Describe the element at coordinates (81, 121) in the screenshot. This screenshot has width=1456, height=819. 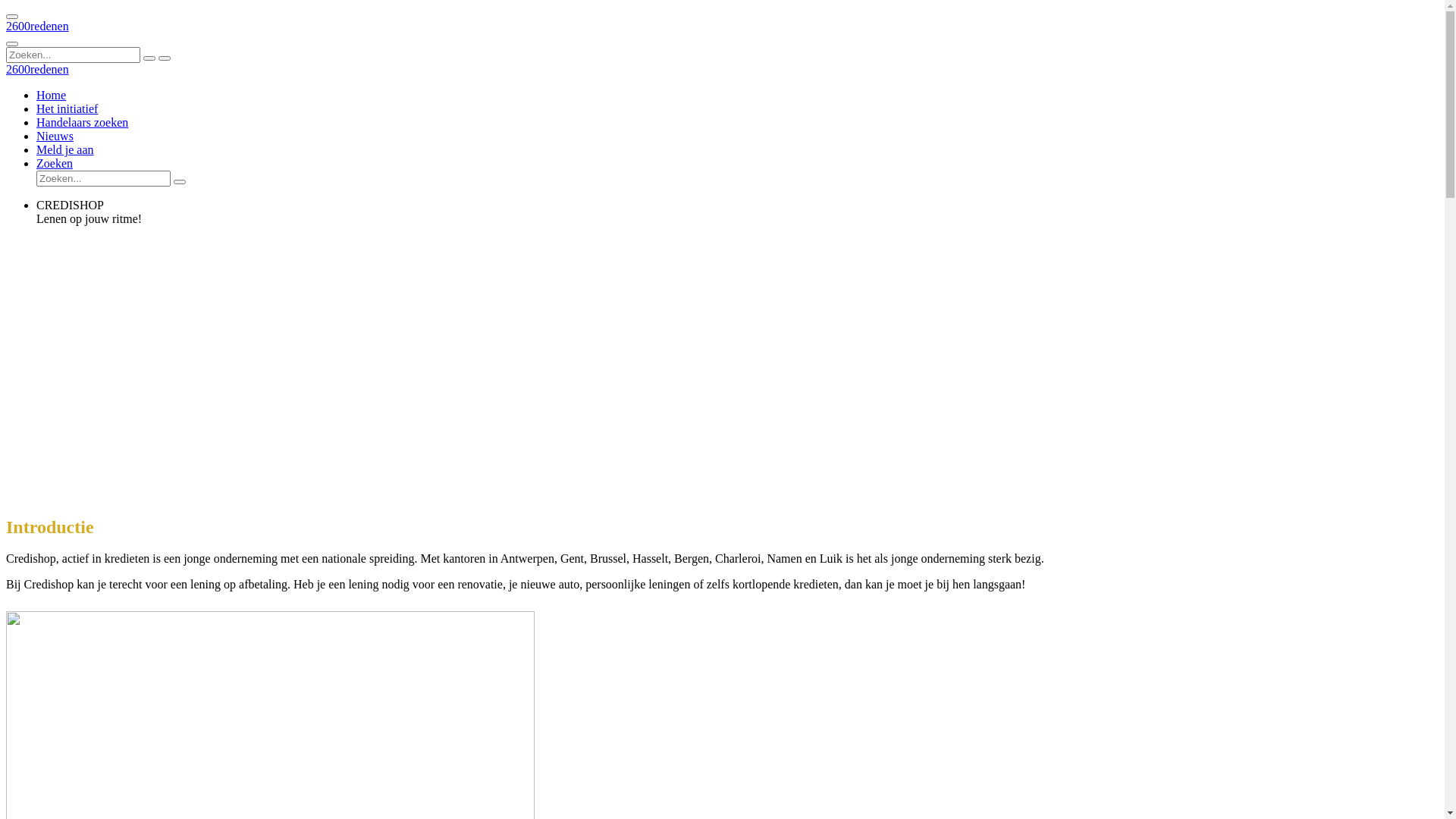
I see `'Handelaars zoeken'` at that location.